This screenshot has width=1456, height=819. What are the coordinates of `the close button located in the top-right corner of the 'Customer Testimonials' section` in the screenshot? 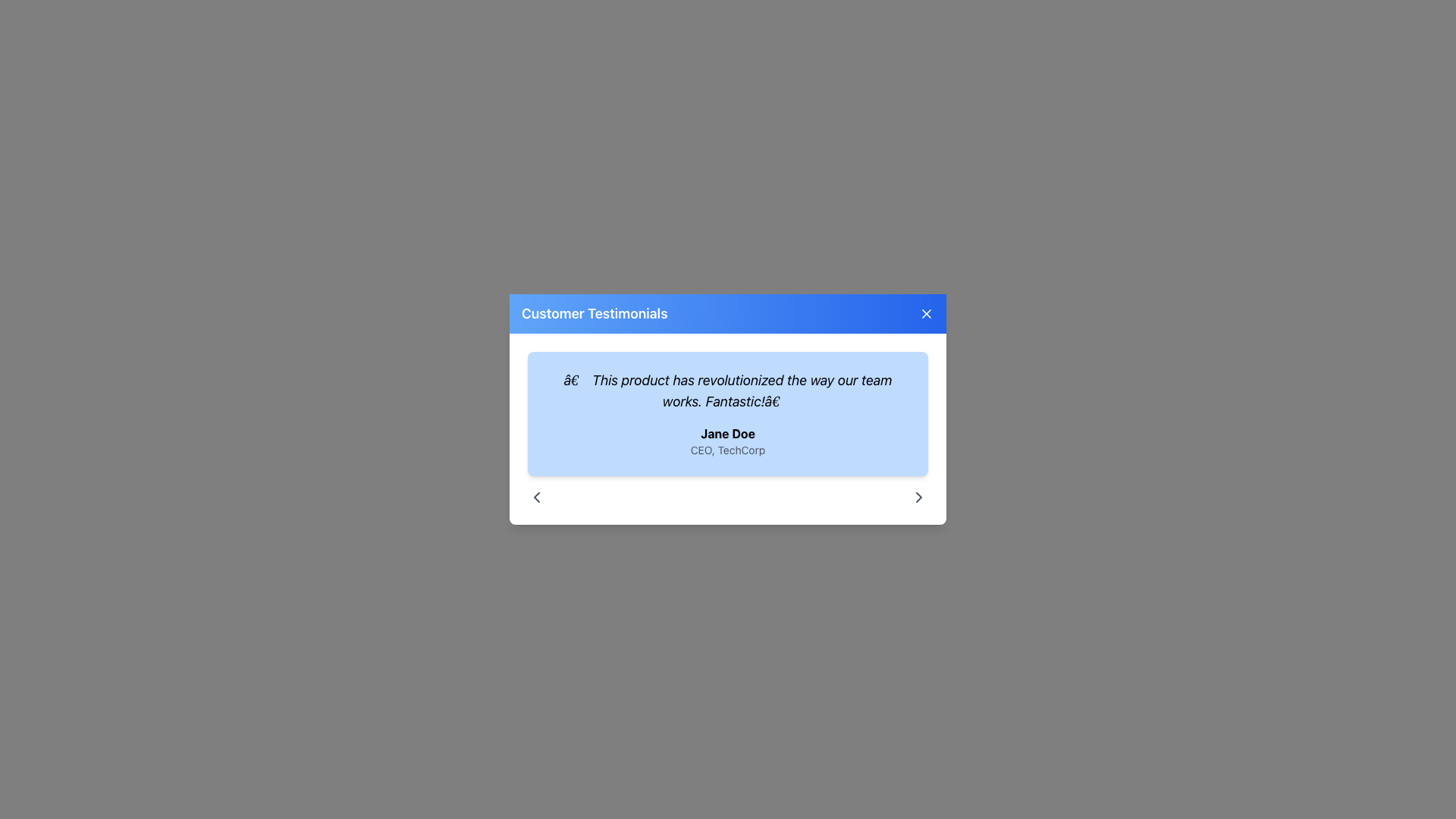 It's located at (926, 312).